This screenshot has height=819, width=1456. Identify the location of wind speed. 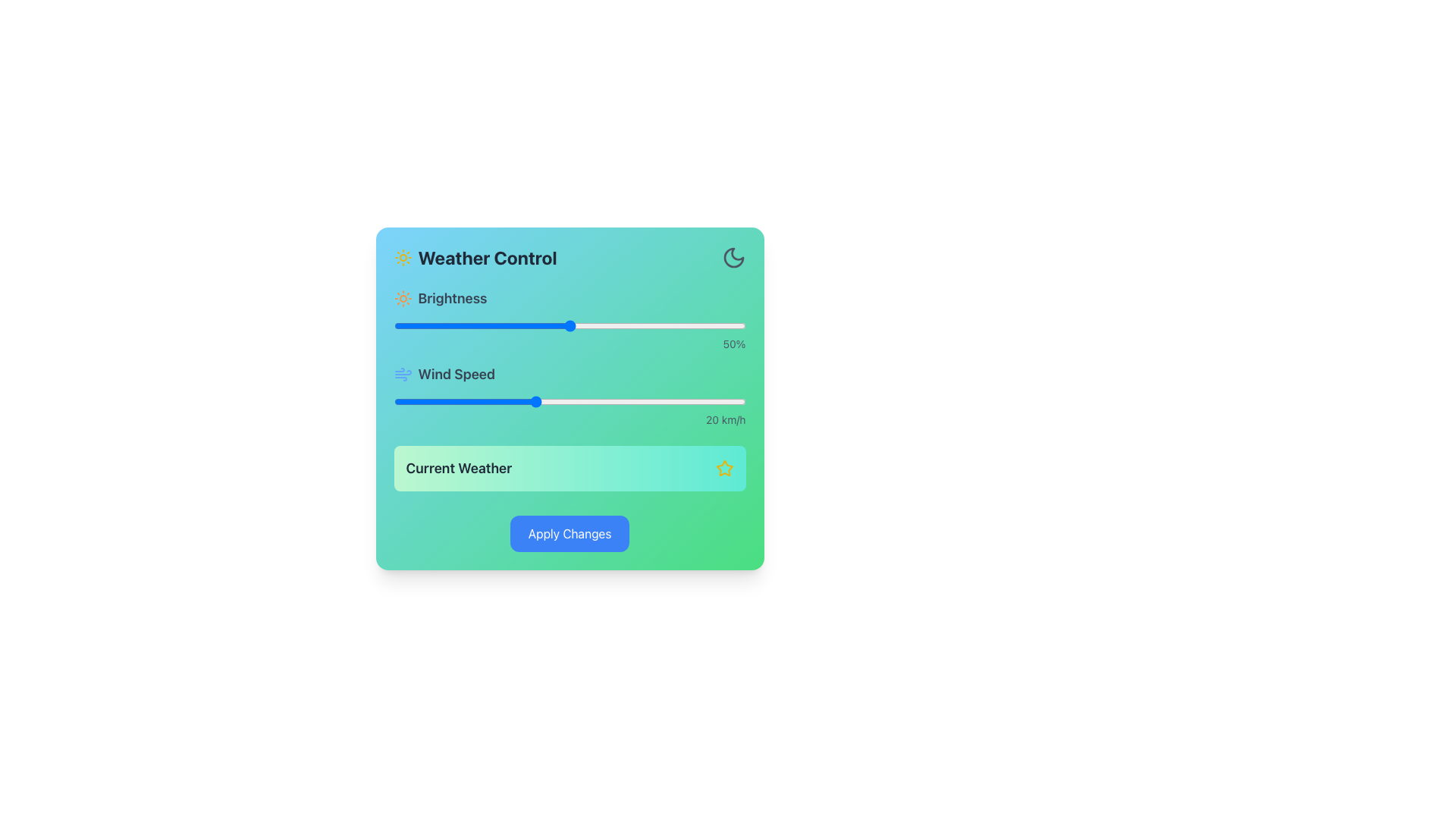
(435, 400).